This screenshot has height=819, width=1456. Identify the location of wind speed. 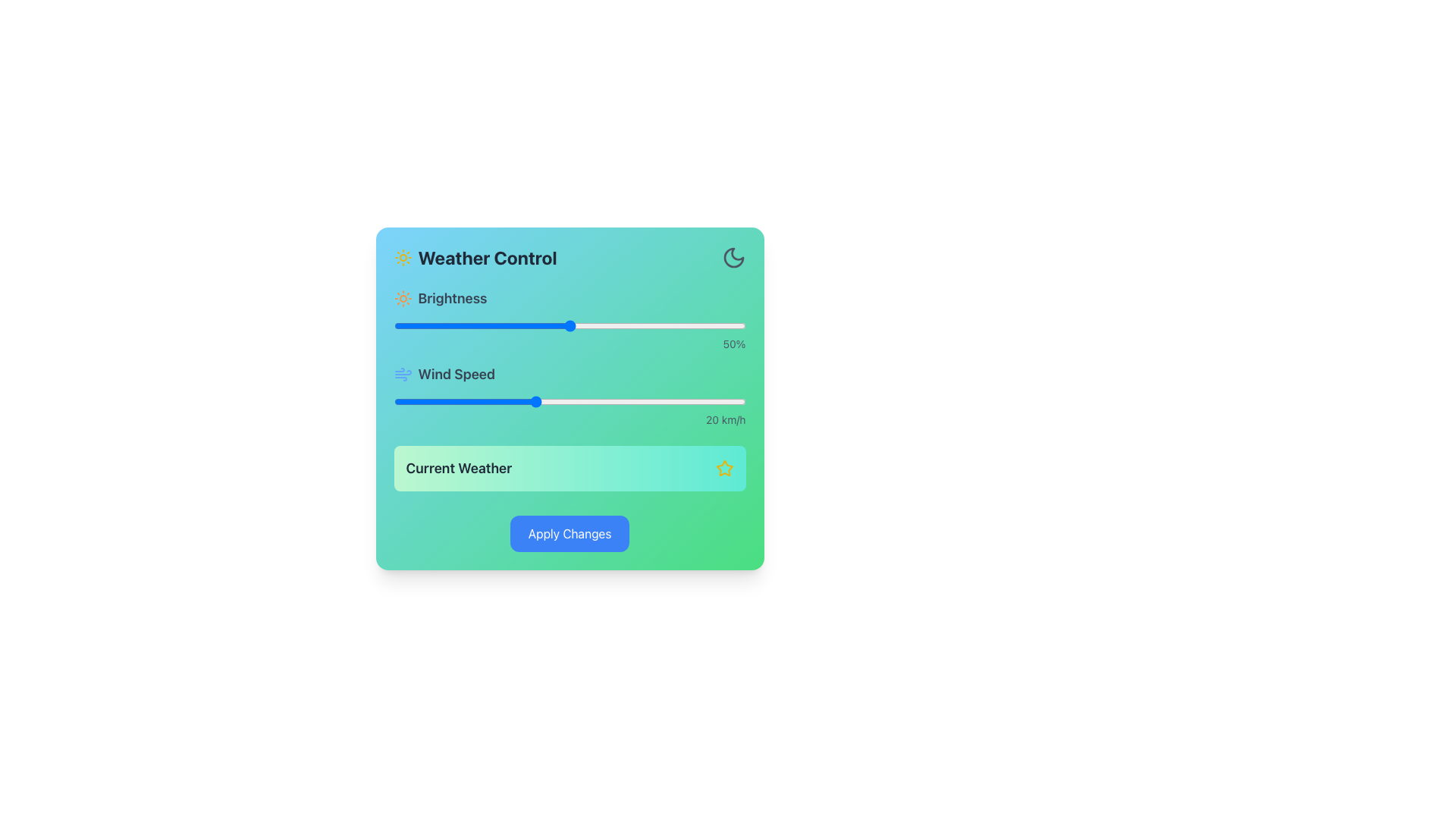
(435, 400).